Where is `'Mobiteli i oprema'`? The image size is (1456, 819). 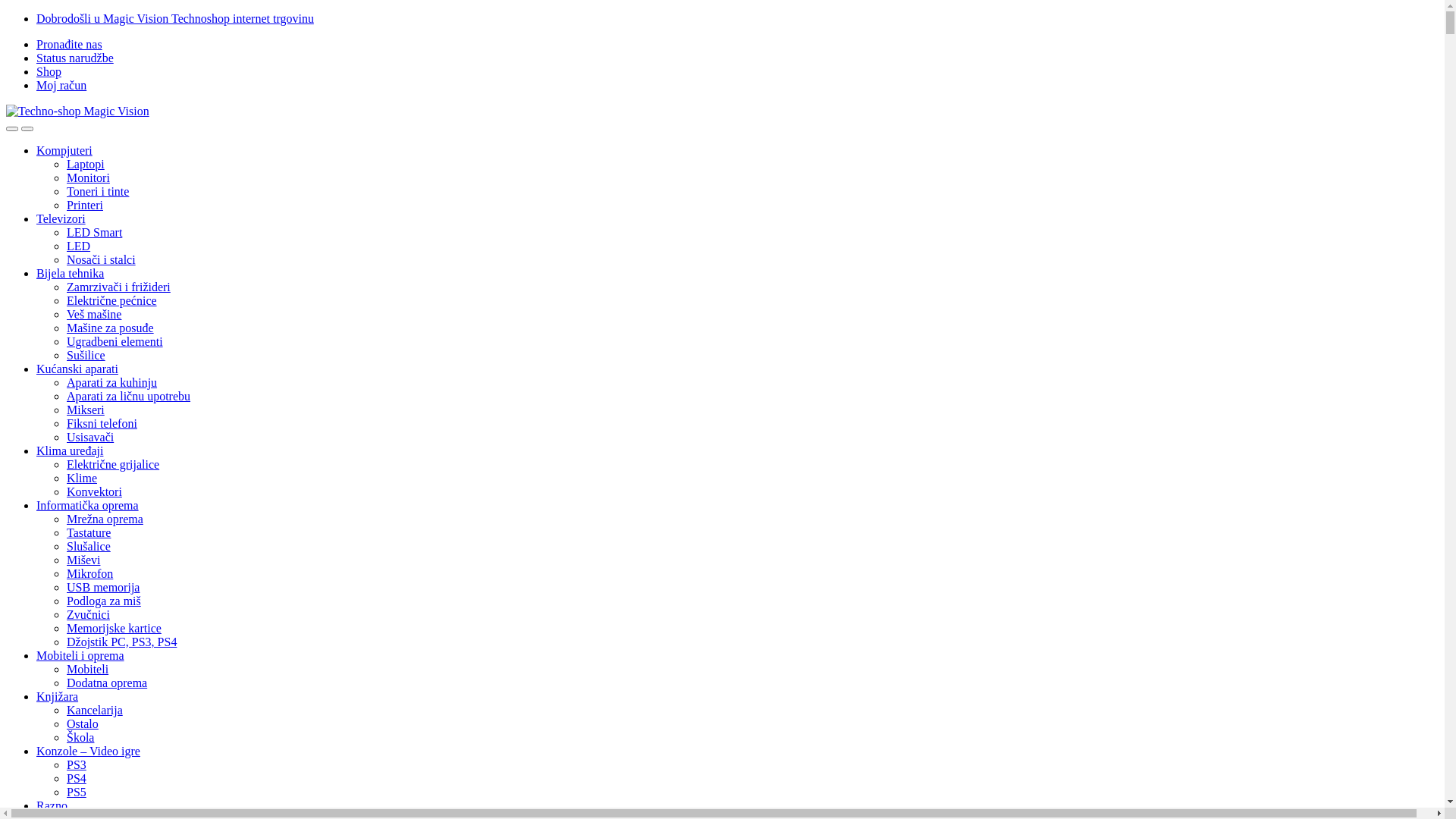 'Mobiteli i oprema' is located at coordinates (79, 654).